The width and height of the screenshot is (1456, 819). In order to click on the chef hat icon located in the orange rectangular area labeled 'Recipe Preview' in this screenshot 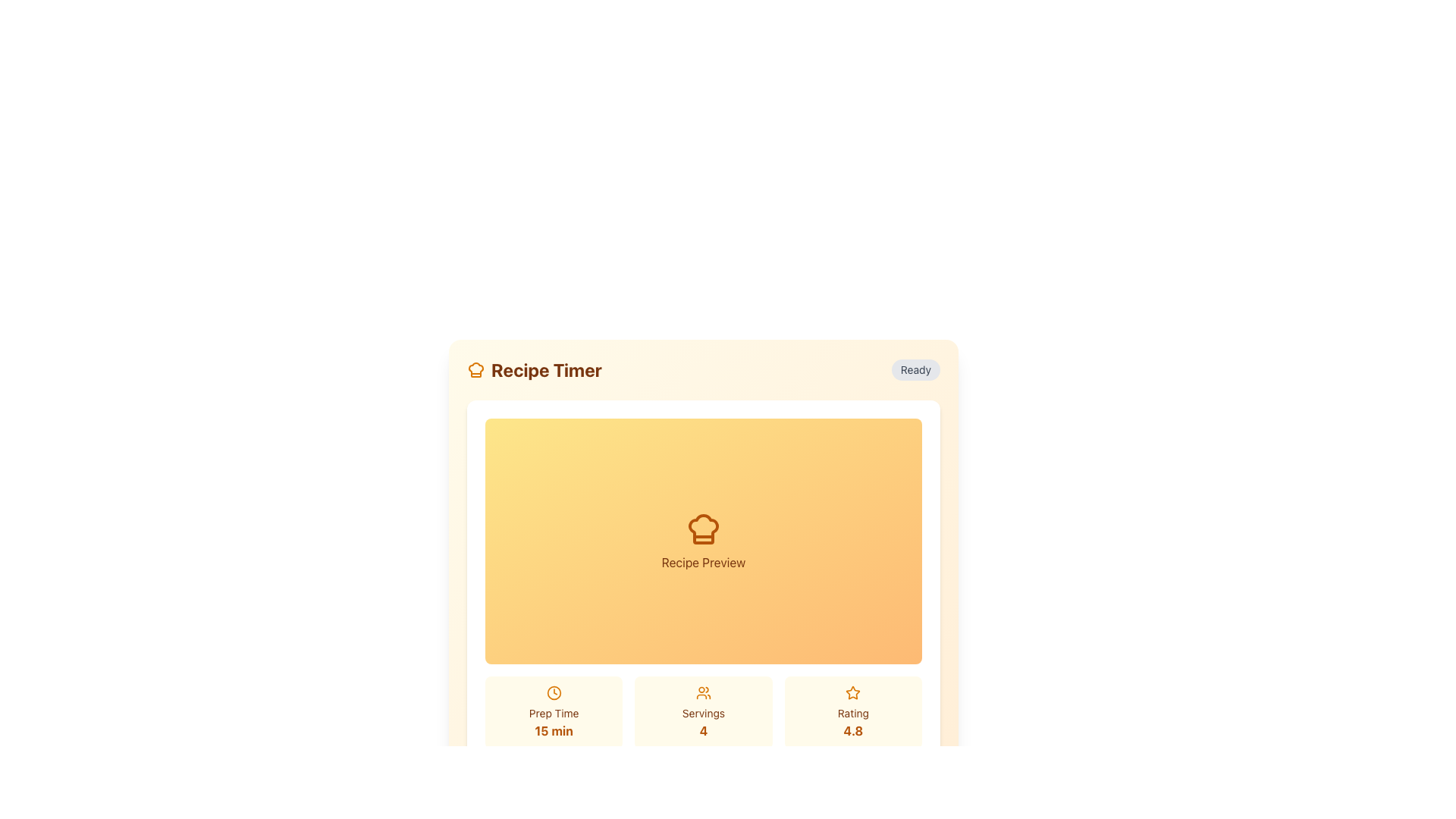, I will do `click(702, 529)`.